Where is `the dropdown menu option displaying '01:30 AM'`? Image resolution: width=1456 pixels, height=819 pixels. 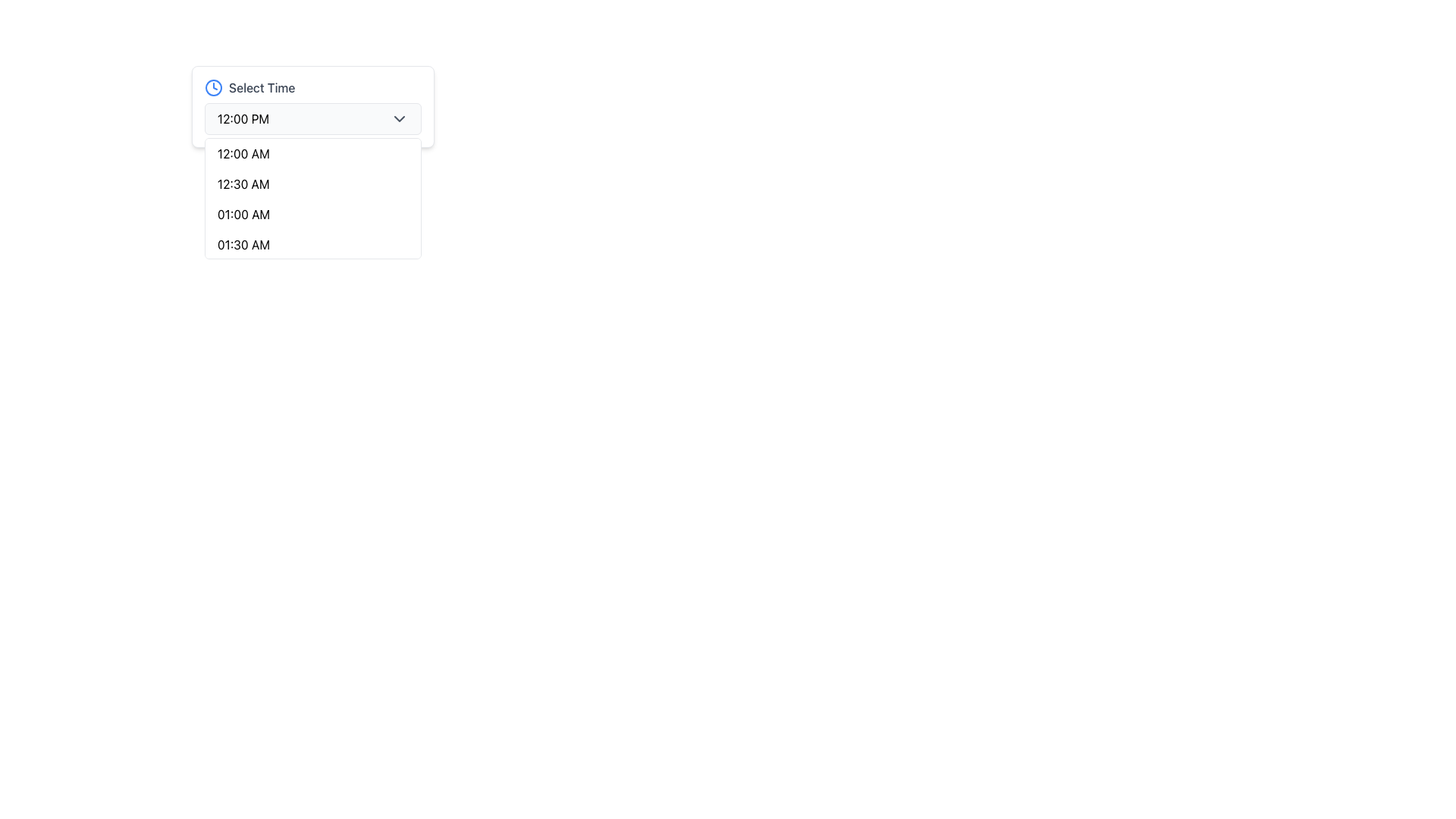 the dropdown menu option displaying '01:30 AM' is located at coordinates (312, 244).